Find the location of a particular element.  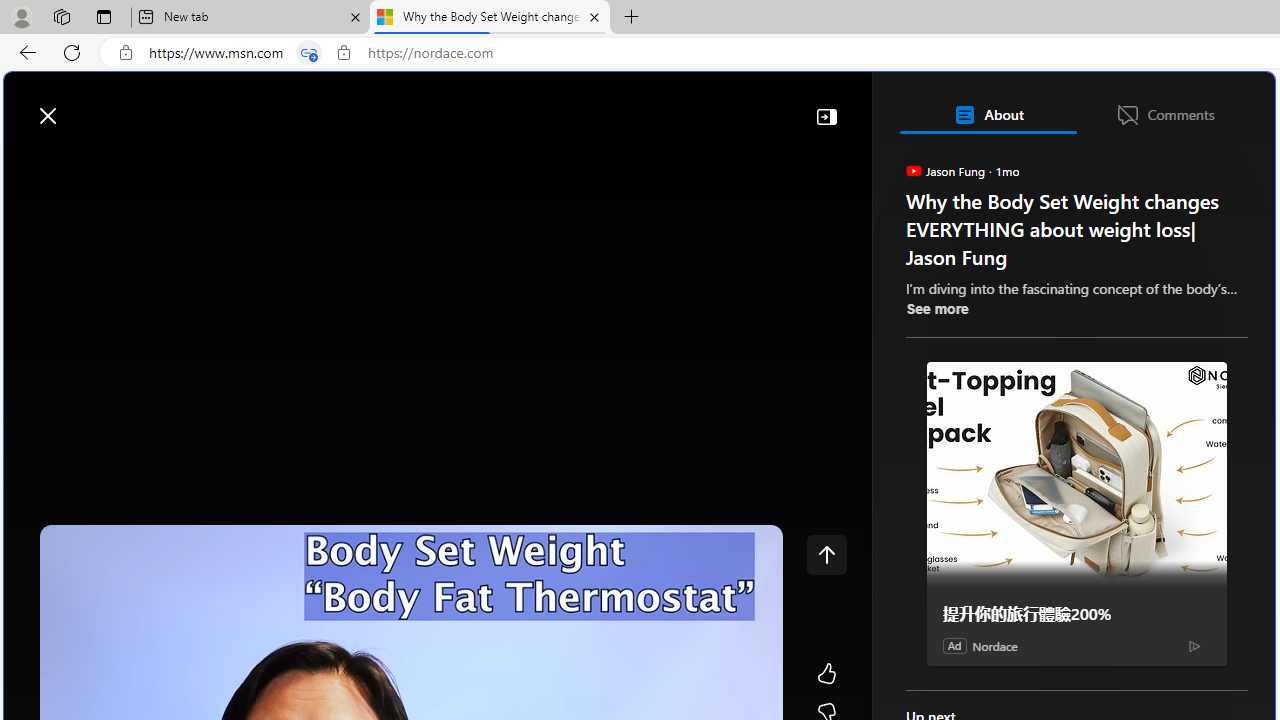

'Skip to content' is located at coordinates (86, 105).